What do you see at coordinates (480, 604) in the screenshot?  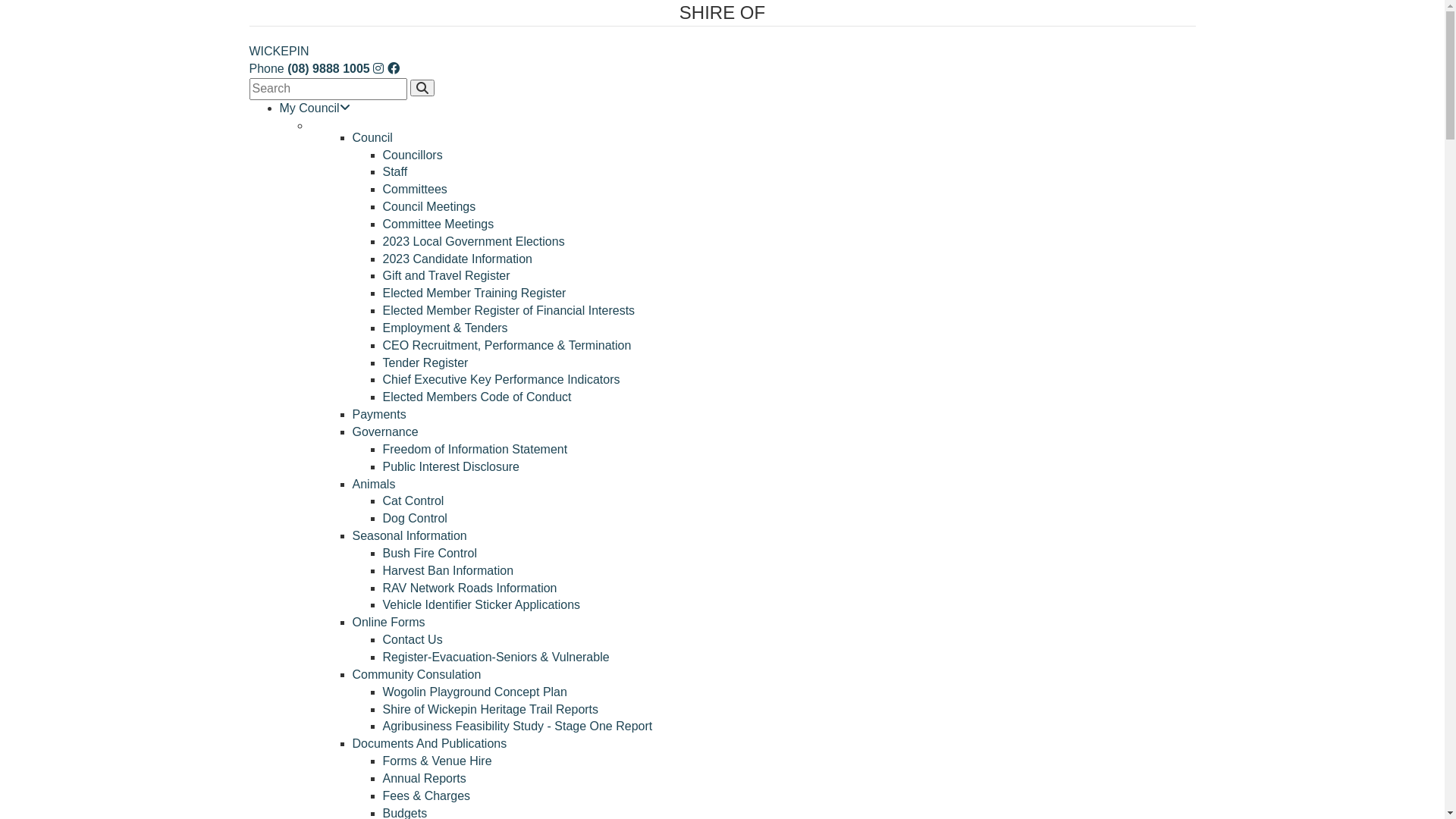 I see `'Vehicle Identifier Sticker Applications'` at bounding box center [480, 604].